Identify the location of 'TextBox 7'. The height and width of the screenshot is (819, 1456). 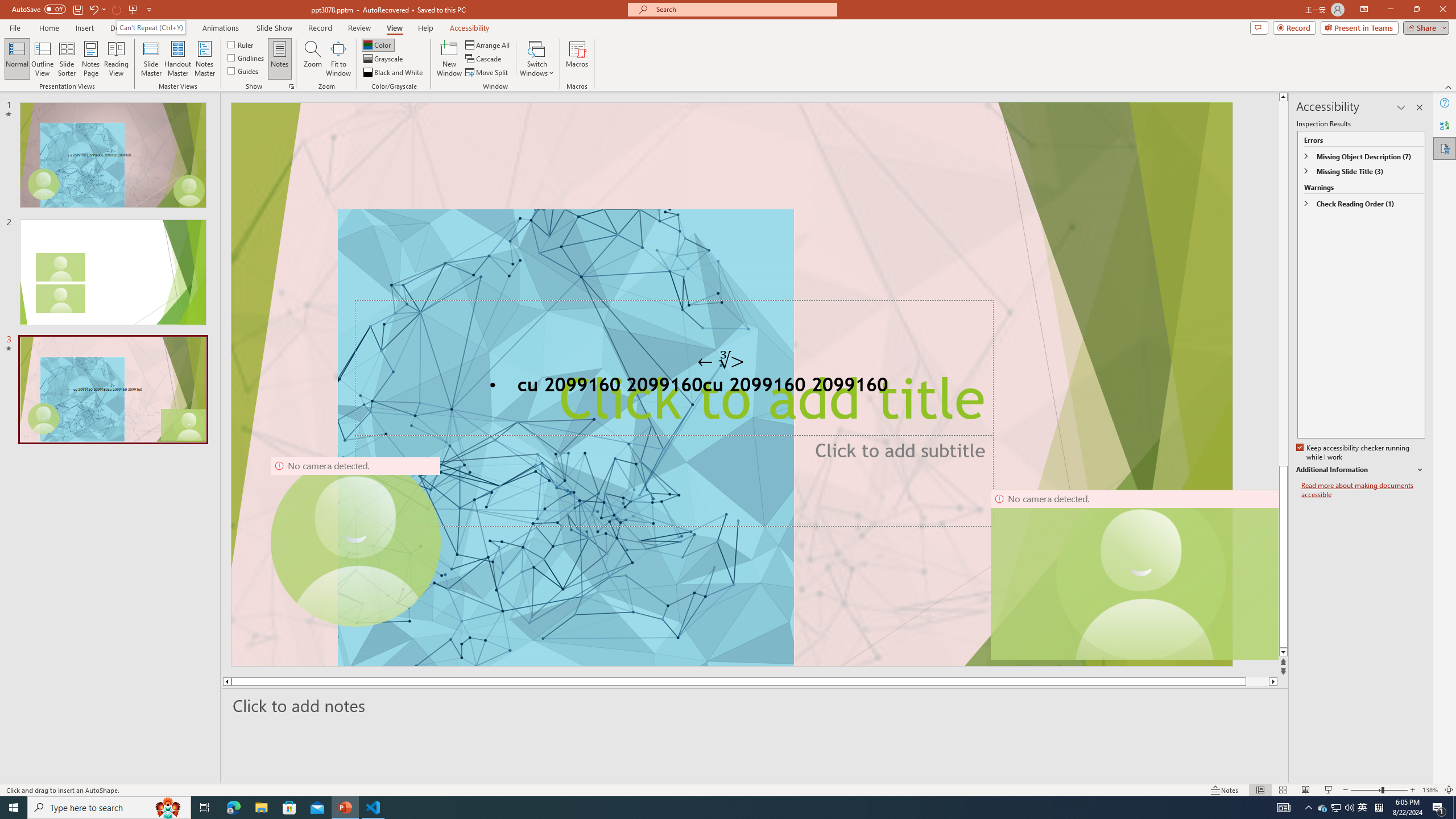
(721, 360).